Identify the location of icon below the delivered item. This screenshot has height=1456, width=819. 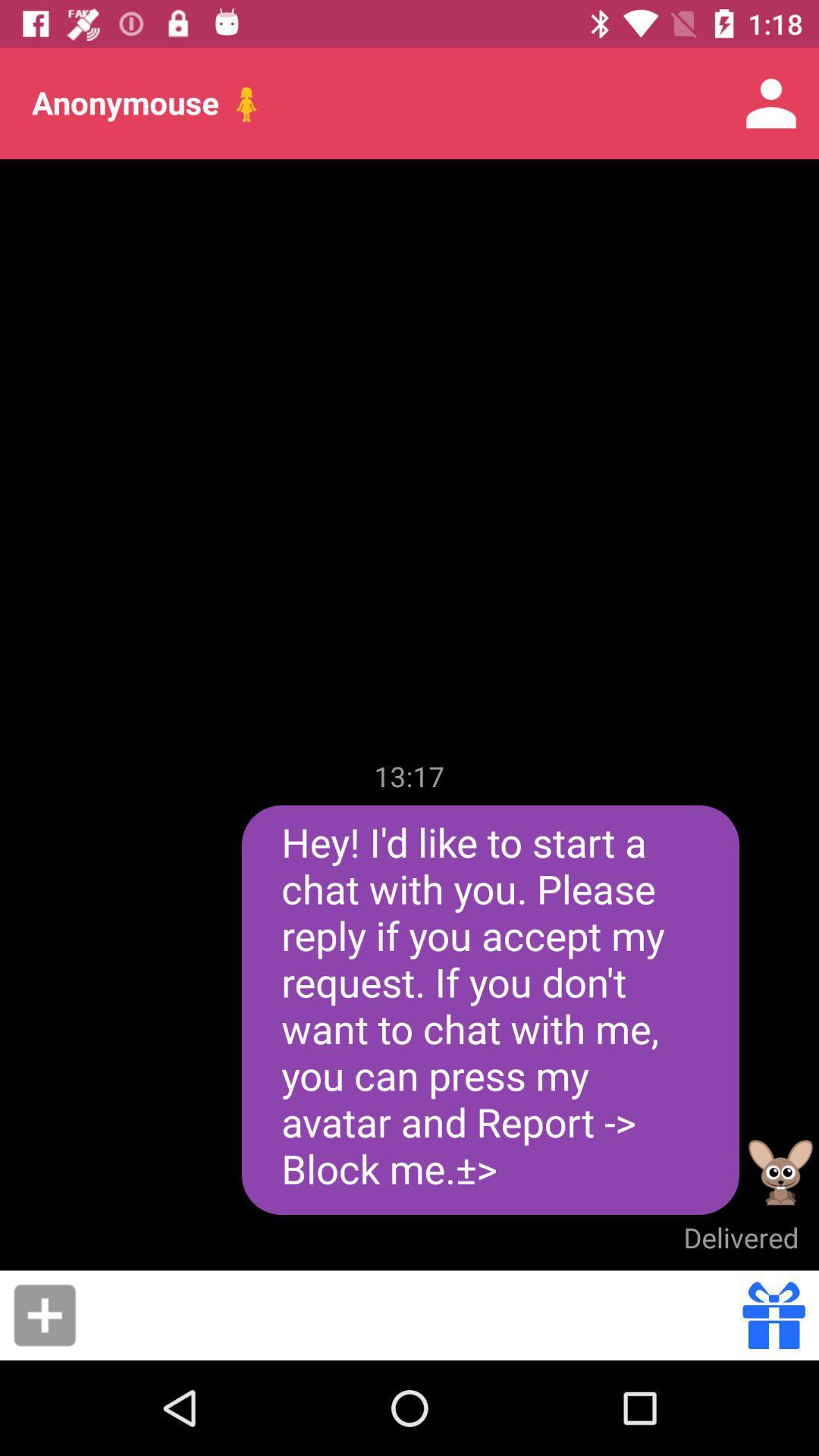
(414, 1314).